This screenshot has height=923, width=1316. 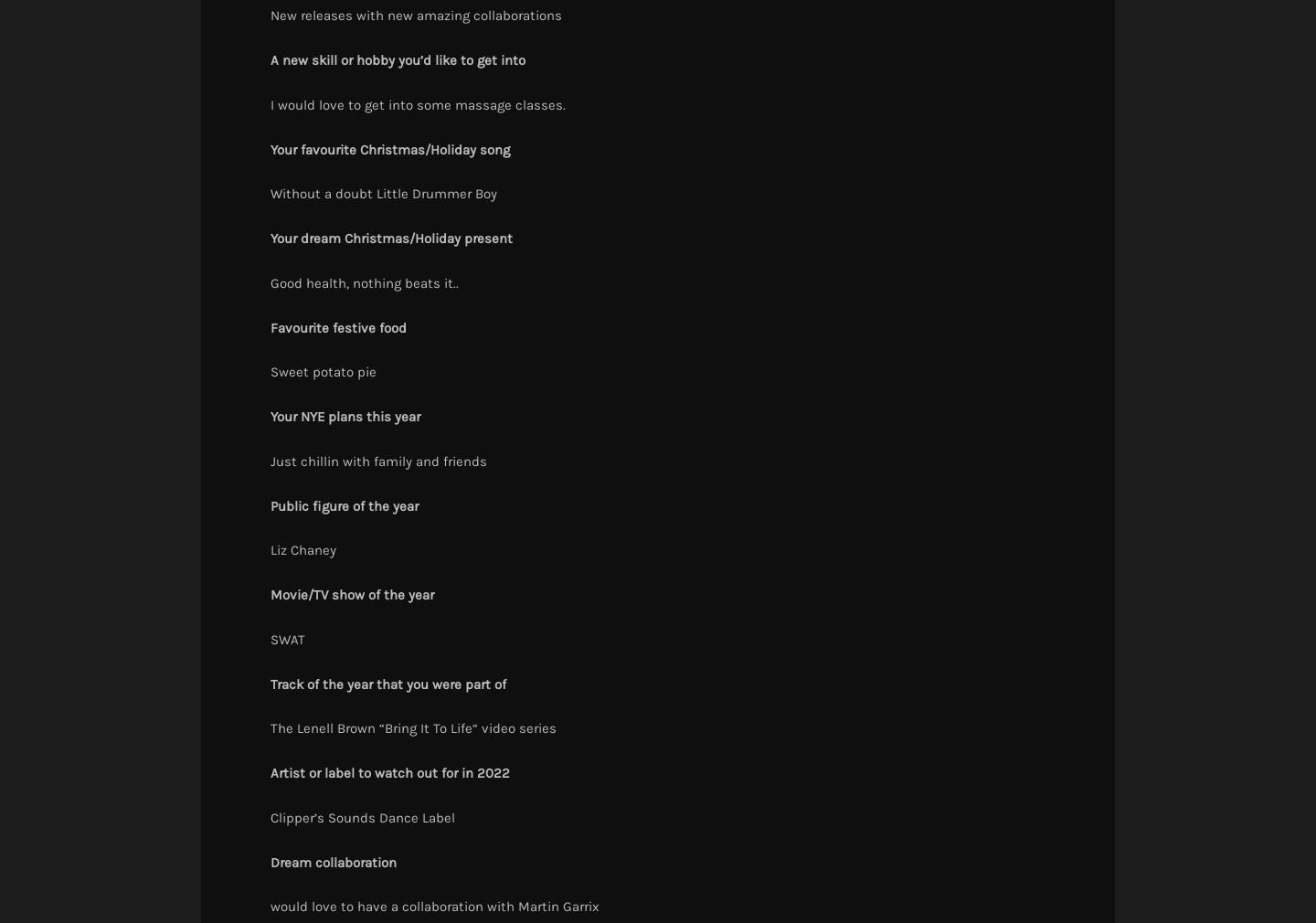 I want to click on 'Liz Chaney', so click(x=303, y=548).